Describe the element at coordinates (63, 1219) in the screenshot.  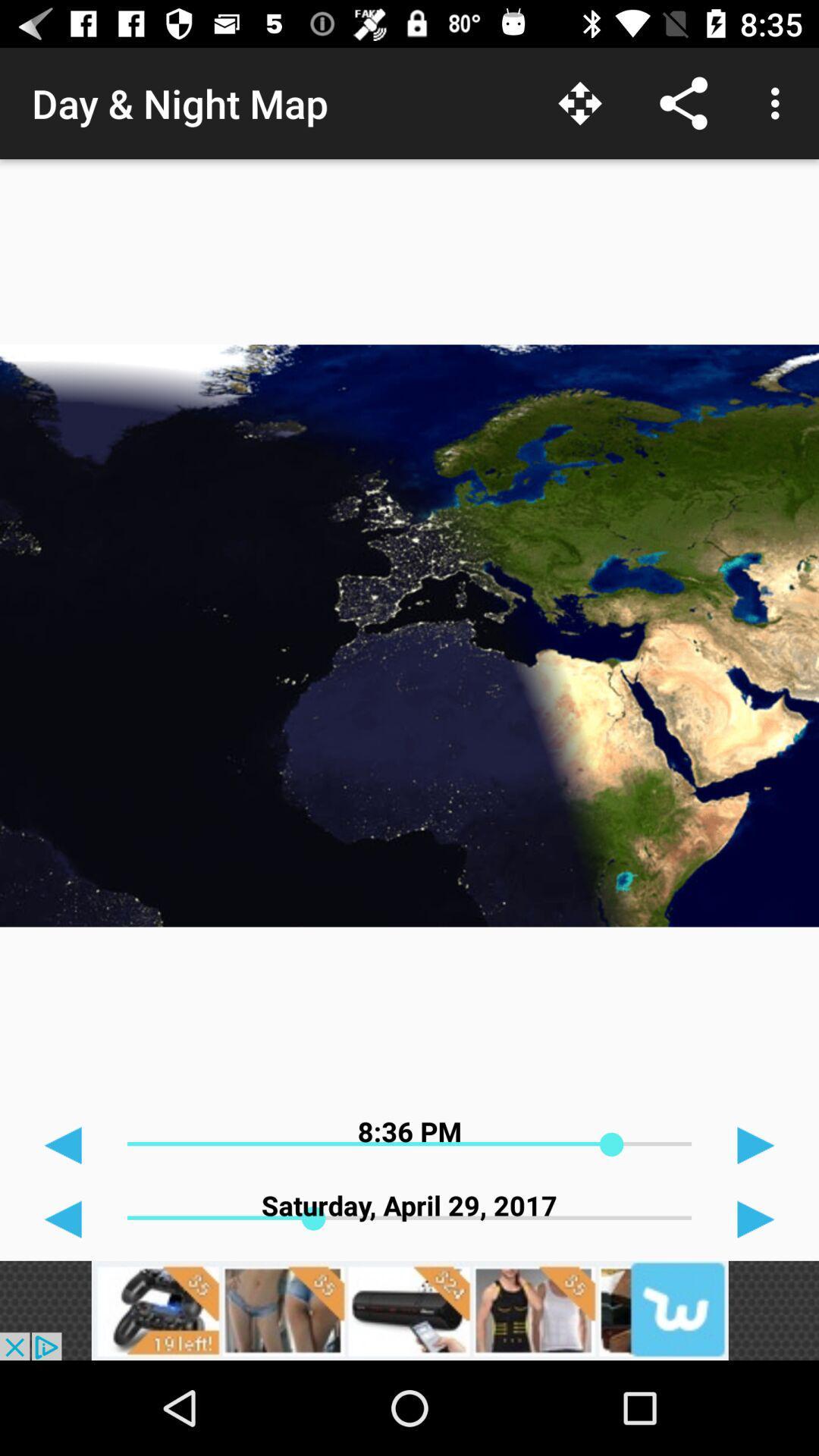
I see `the arrow_backward icon` at that location.